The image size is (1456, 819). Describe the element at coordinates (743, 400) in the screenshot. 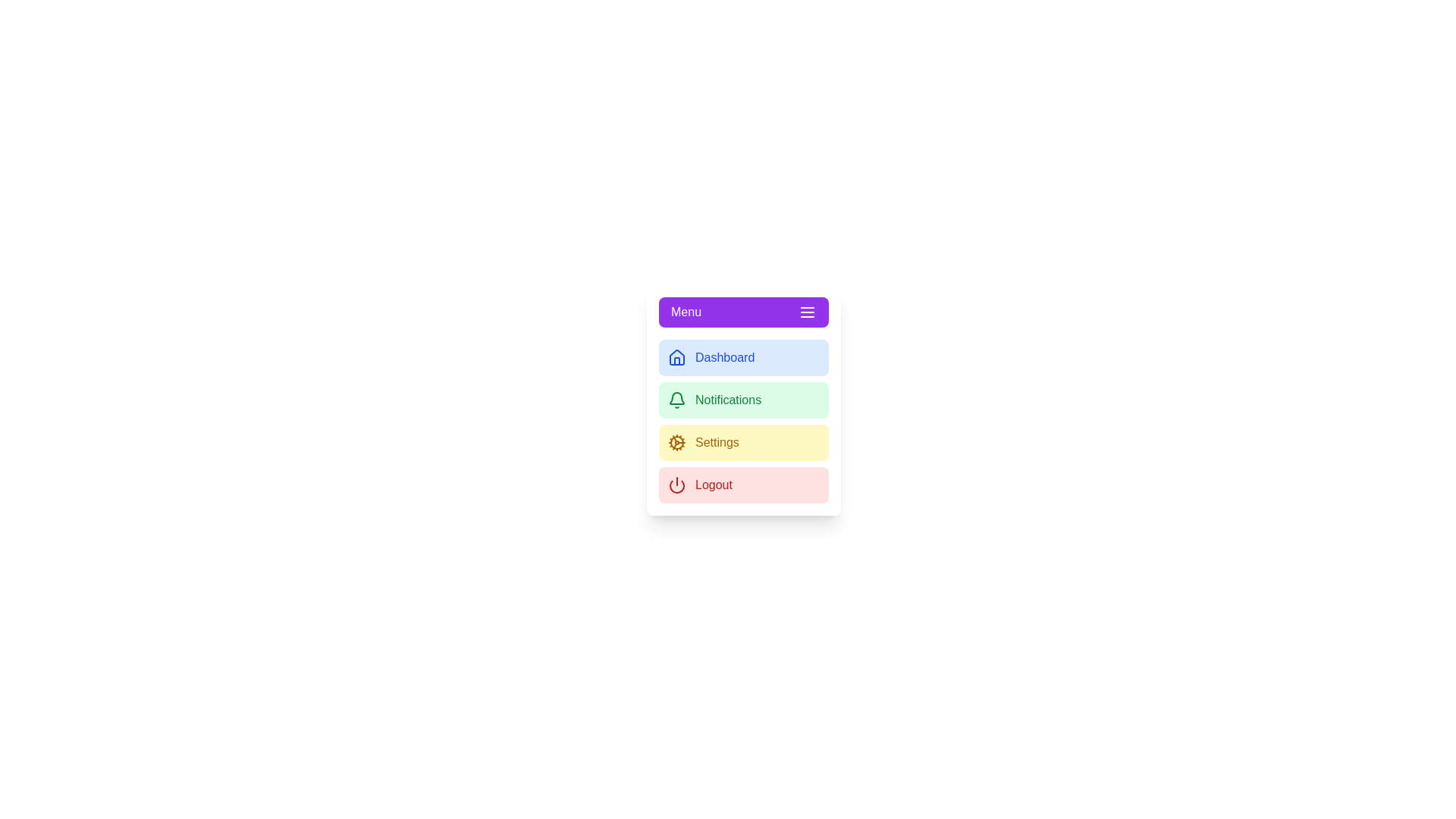

I see `the menu item Notifications to observe its hover effect` at that location.